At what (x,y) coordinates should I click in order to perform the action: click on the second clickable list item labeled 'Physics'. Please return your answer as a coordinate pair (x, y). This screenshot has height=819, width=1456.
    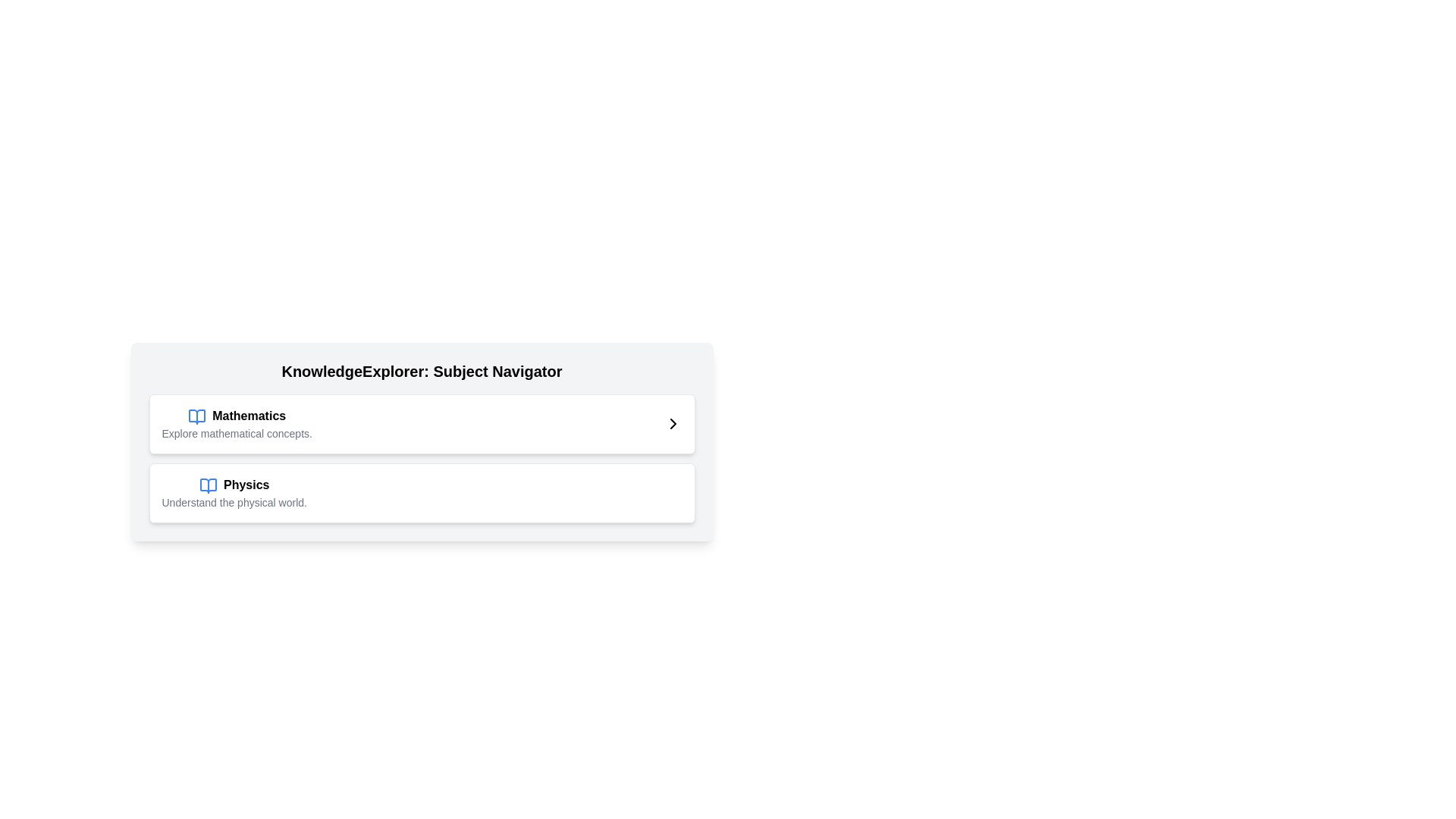
    Looking at the image, I should click on (422, 493).